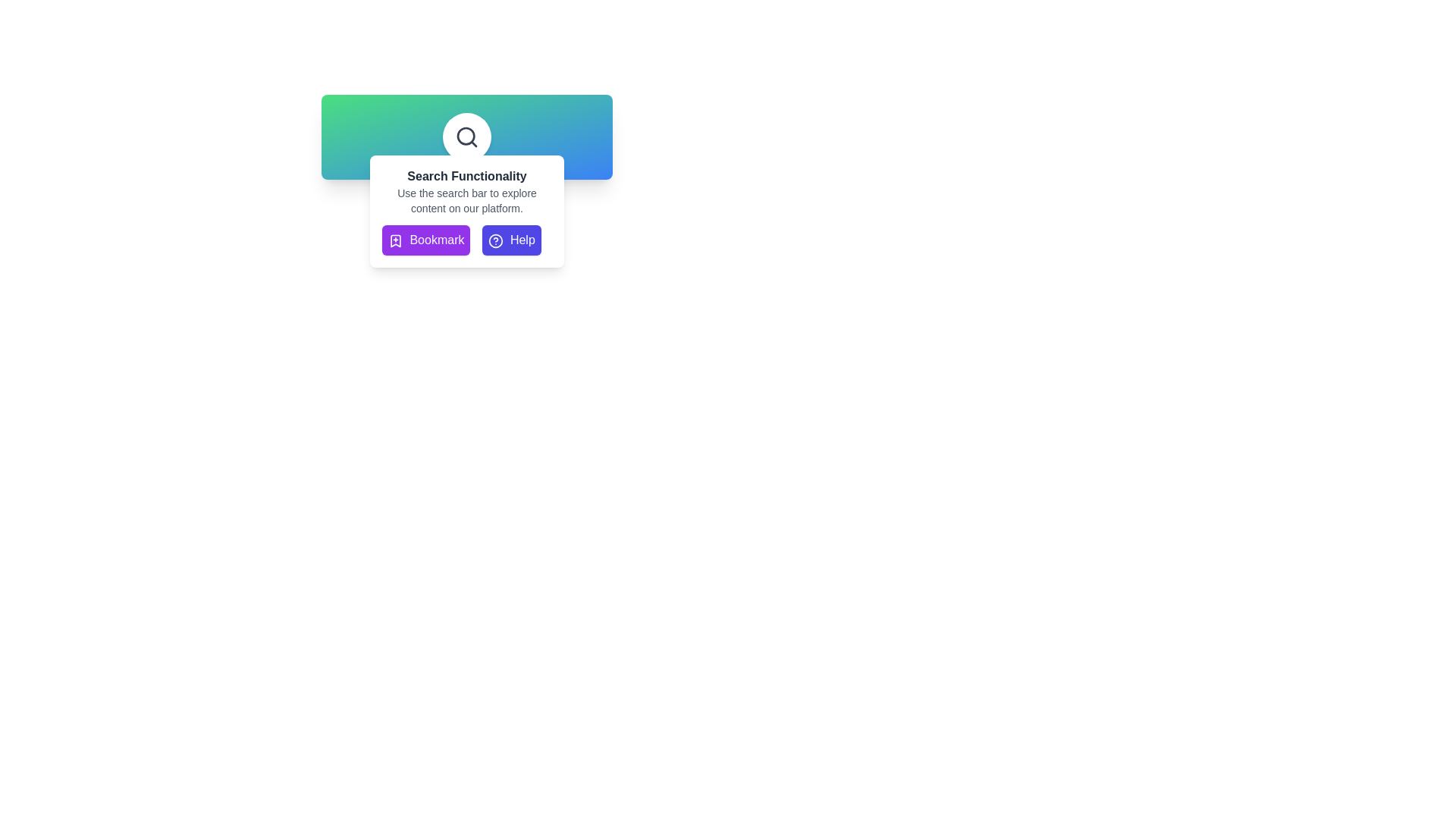  Describe the element at coordinates (512, 239) in the screenshot. I see `the 'Help' button, which has a blue background, white text, and a question mark icon` at that location.